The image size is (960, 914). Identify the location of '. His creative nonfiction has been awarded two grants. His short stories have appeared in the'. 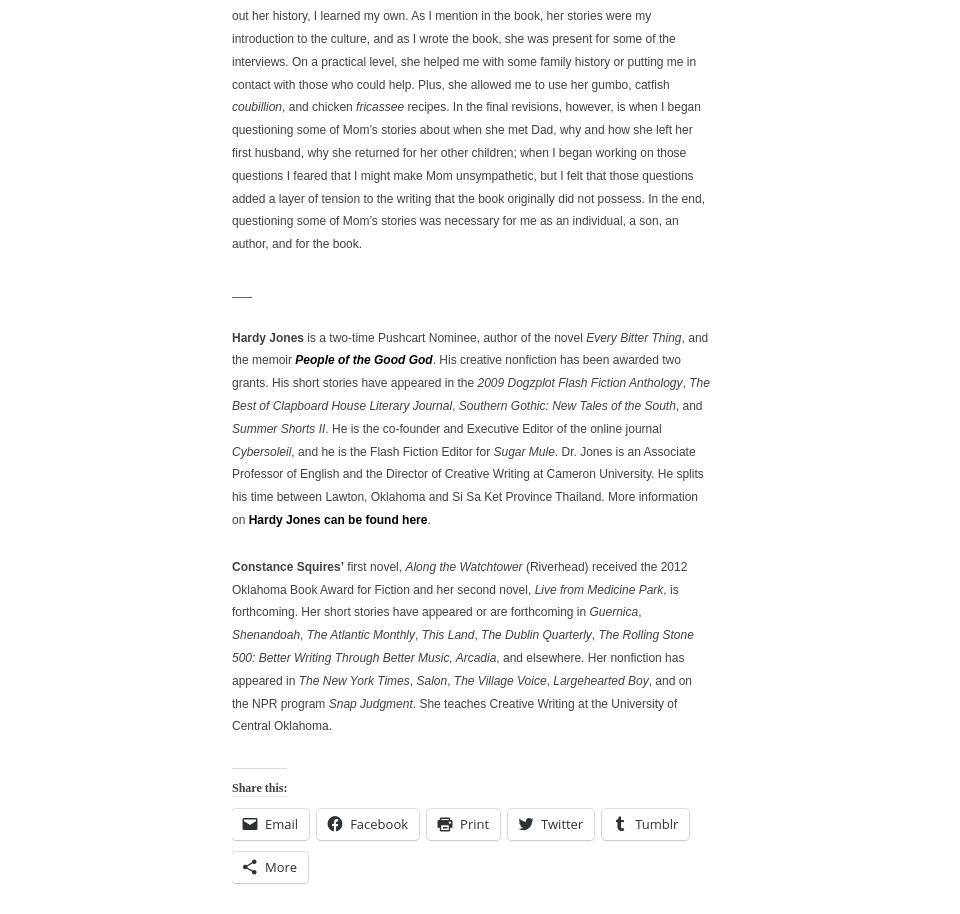
(456, 371).